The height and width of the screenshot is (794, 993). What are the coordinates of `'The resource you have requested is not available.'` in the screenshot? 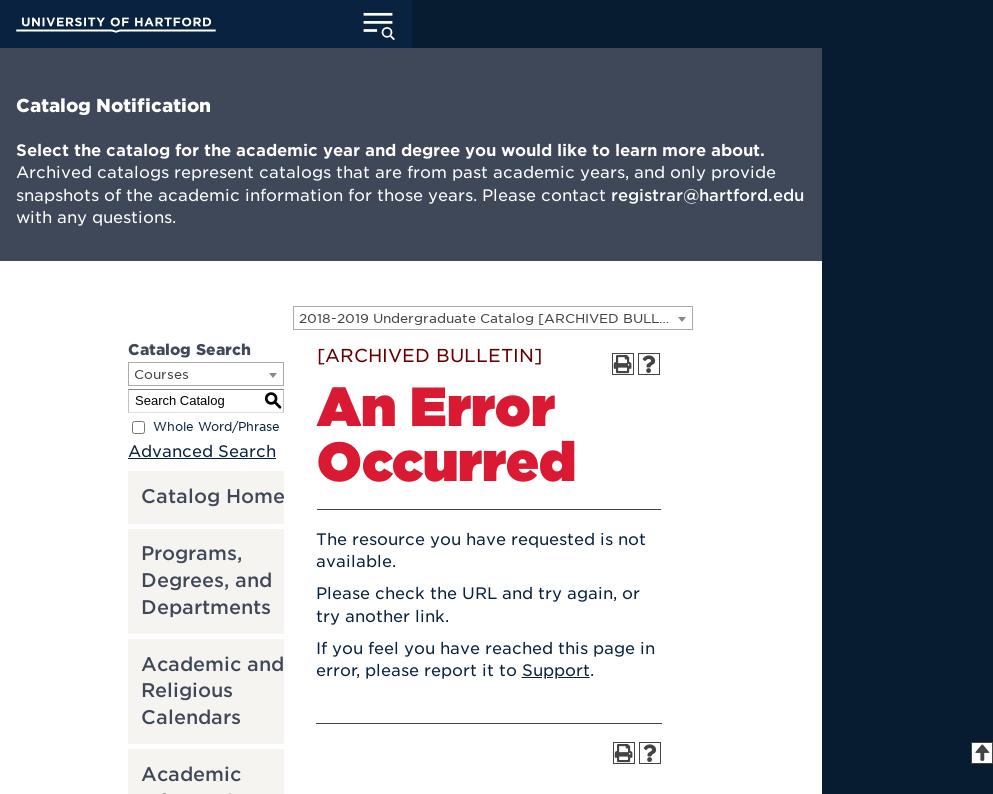 It's located at (313, 549).